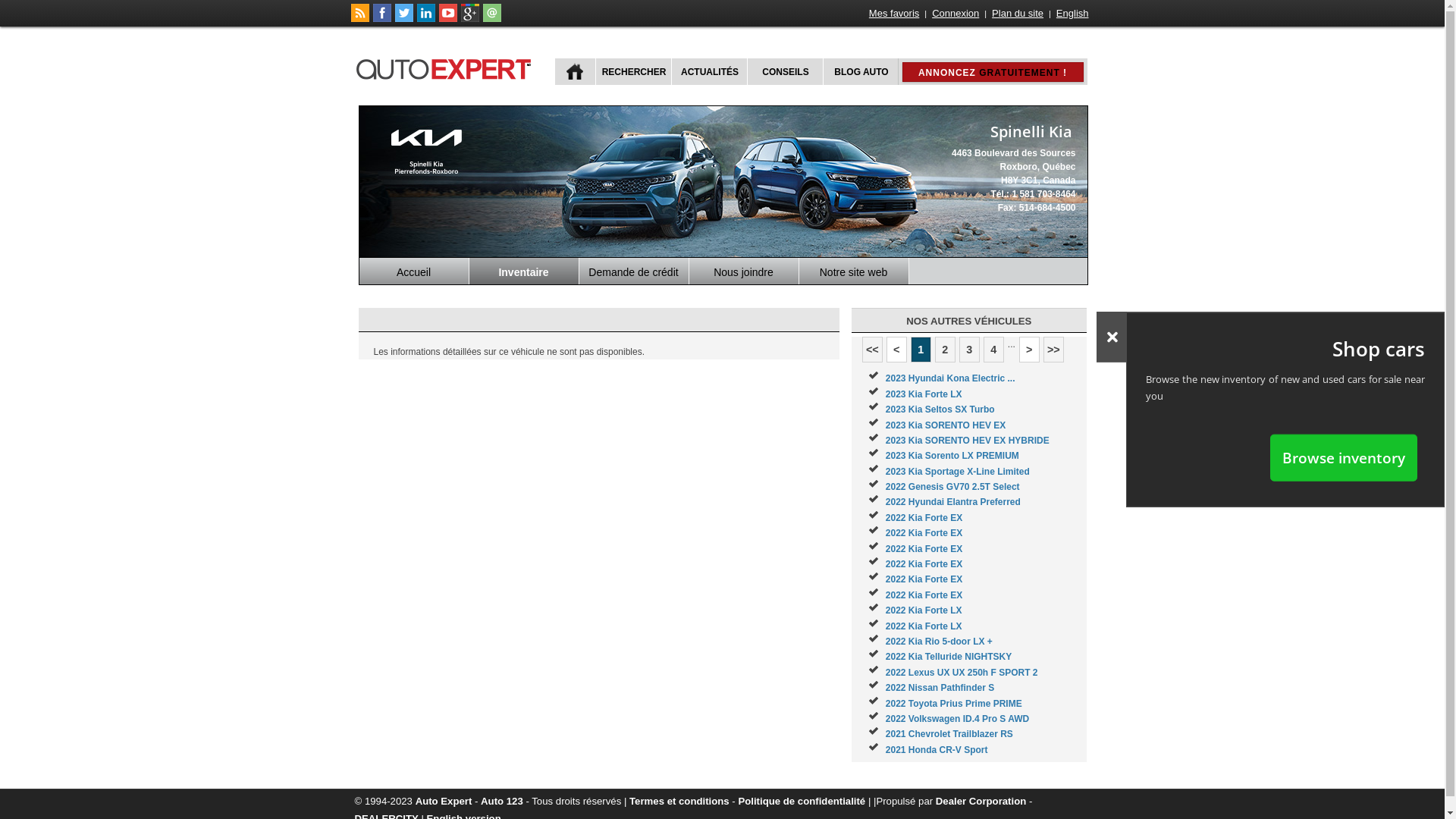 The height and width of the screenshot is (819, 1456). What do you see at coordinates (403, 18) in the screenshot?
I see `'Suivez autoExpert.ca sur Twitter'` at bounding box center [403, 18].